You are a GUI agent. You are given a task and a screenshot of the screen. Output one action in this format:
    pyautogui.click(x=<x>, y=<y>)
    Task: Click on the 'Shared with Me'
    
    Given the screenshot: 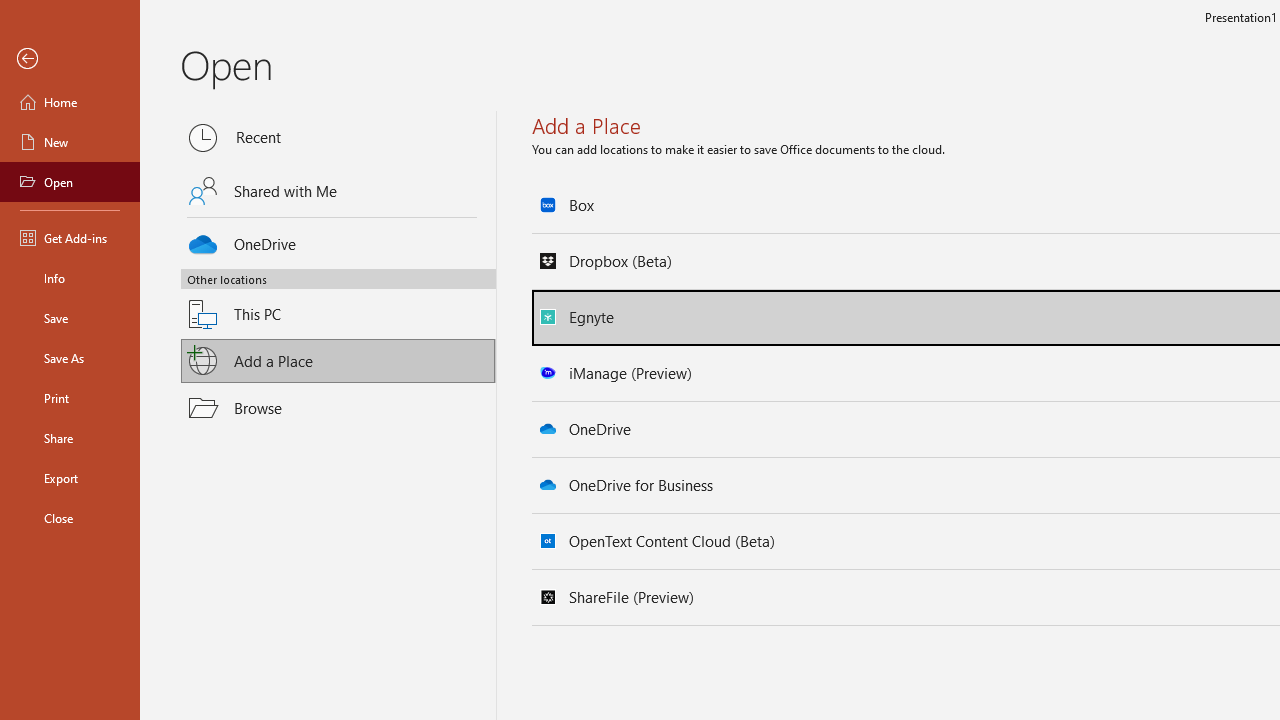 What is the action you would take?
    pyautogui.click(x=338, y=191)
    